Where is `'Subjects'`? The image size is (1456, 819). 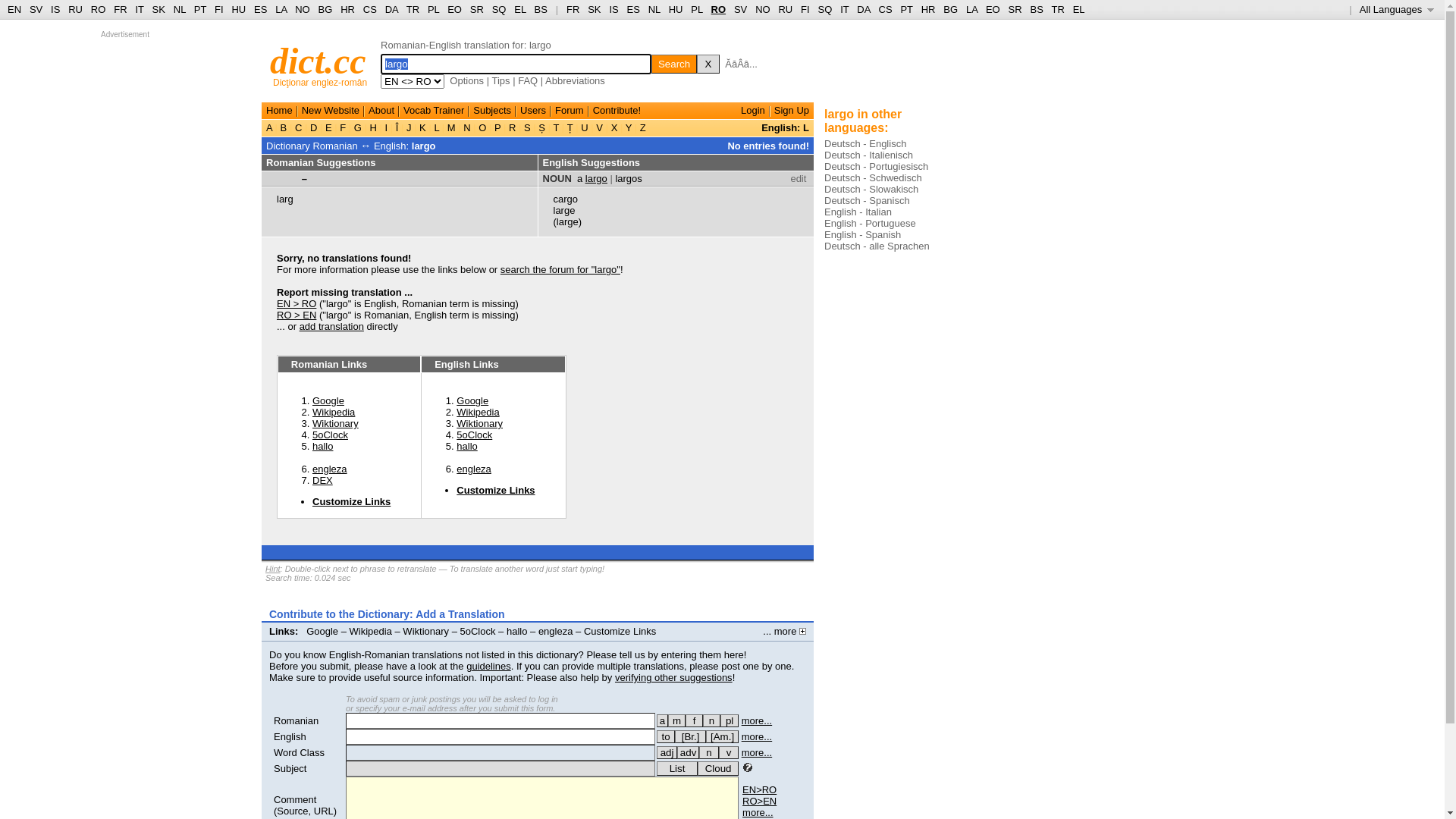
'Subjects' is located at coordinates (491, 109).